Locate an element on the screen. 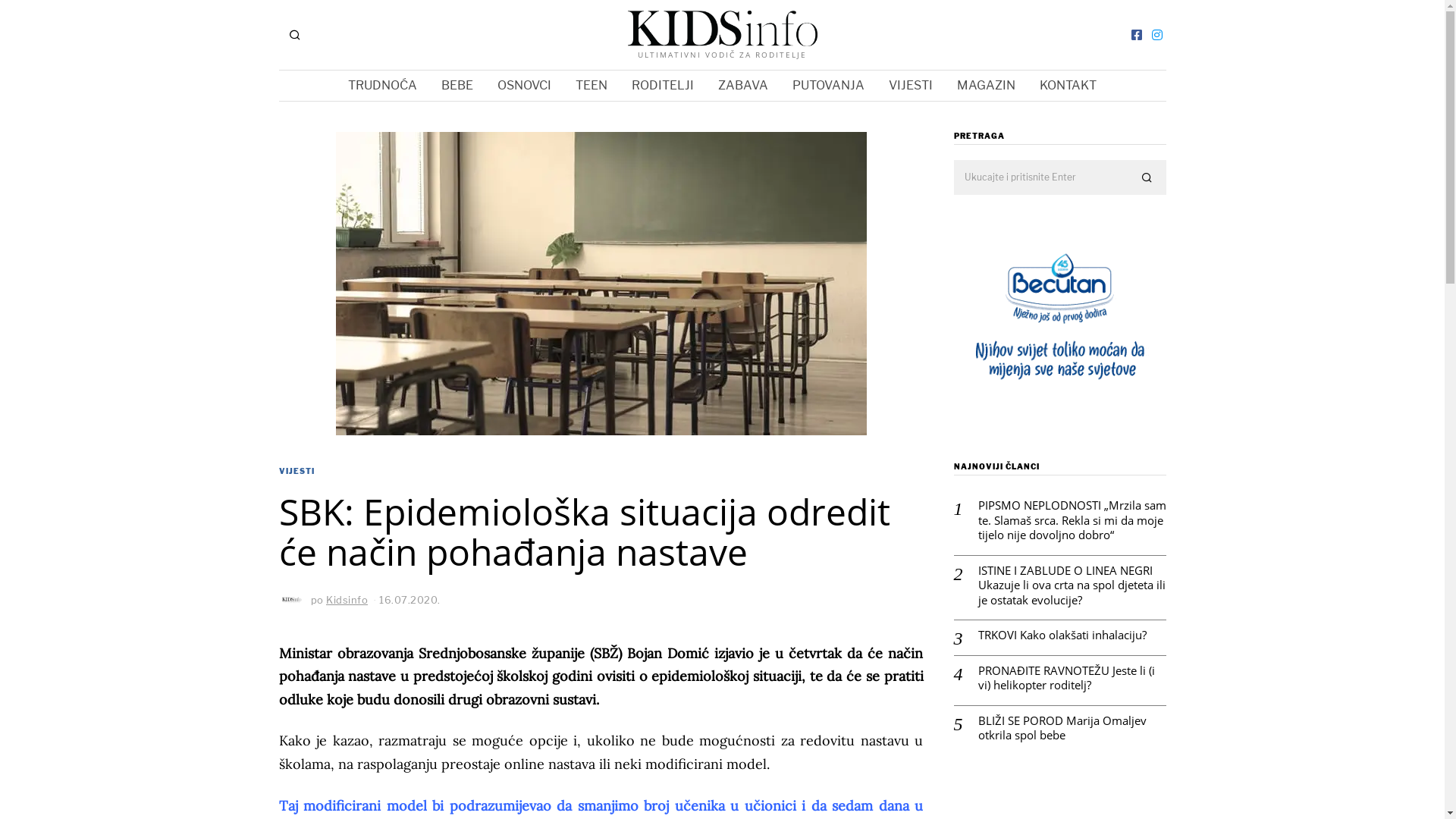  'RODITELJI' is located at coordinates (621, 85).